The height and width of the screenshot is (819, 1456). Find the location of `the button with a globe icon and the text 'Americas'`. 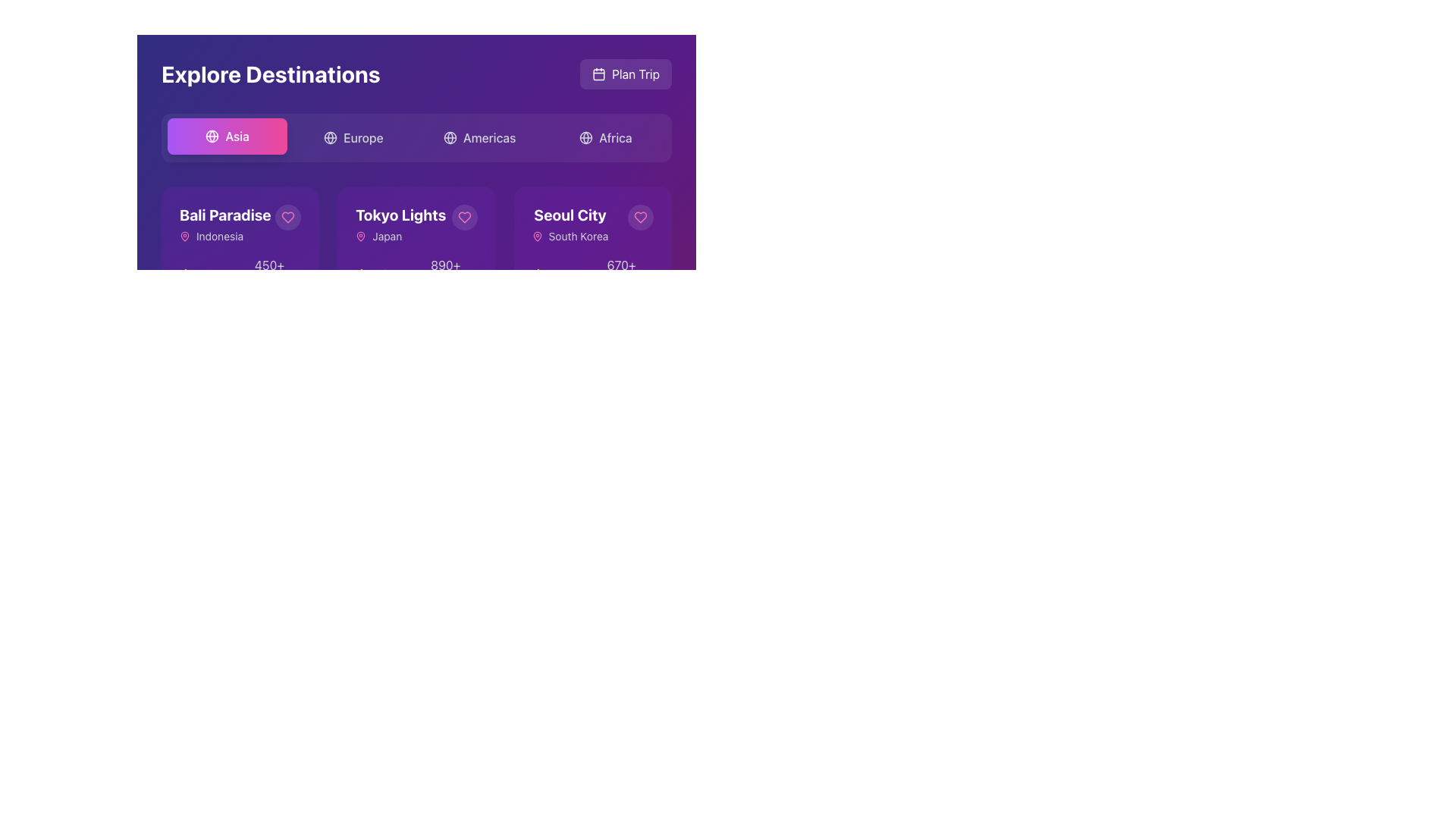

the button with a globe icon and the text 'Americas' is located at coordinates (479, 137).